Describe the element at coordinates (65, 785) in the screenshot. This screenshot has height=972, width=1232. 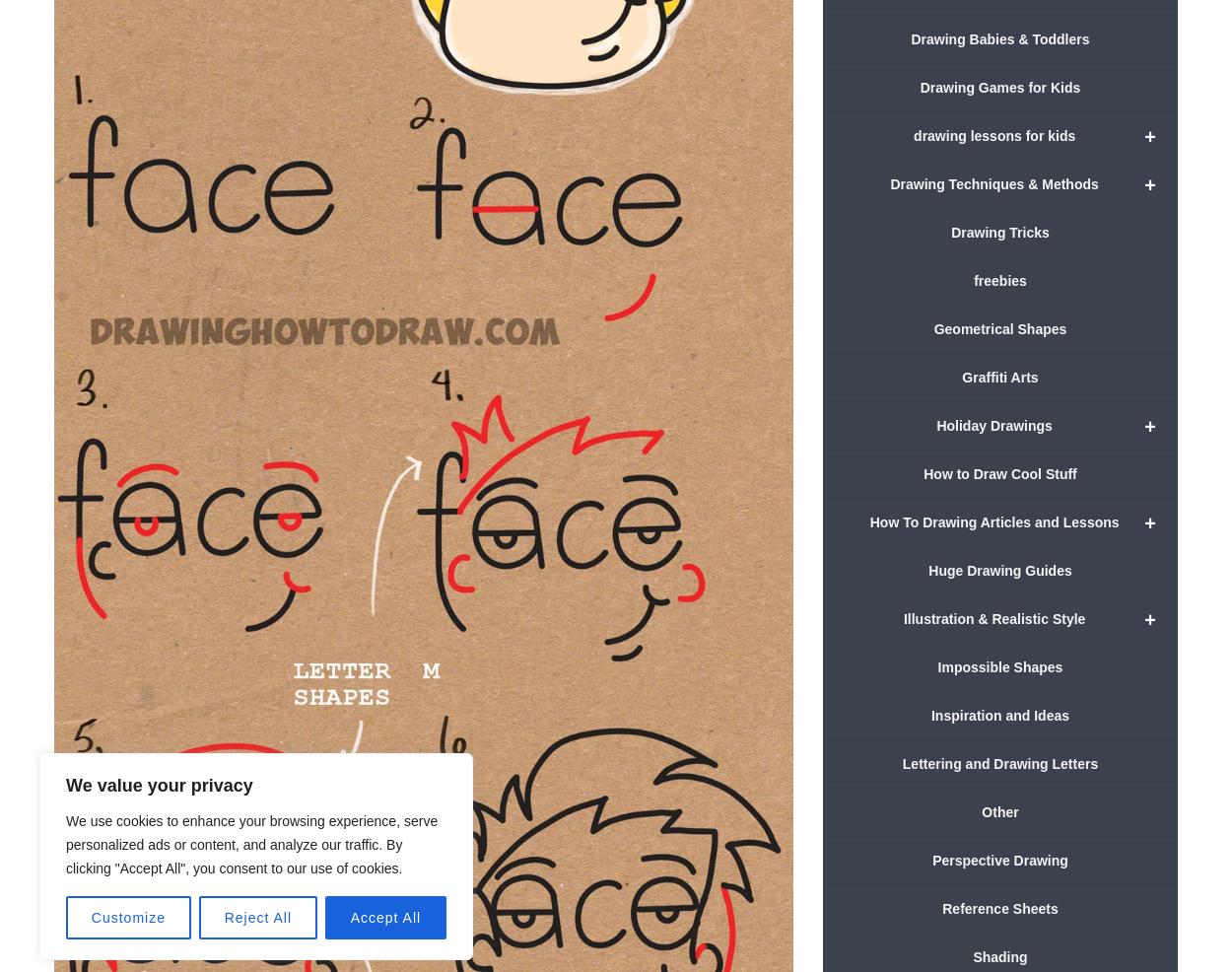
I see `'We value your privacy'` at that location.